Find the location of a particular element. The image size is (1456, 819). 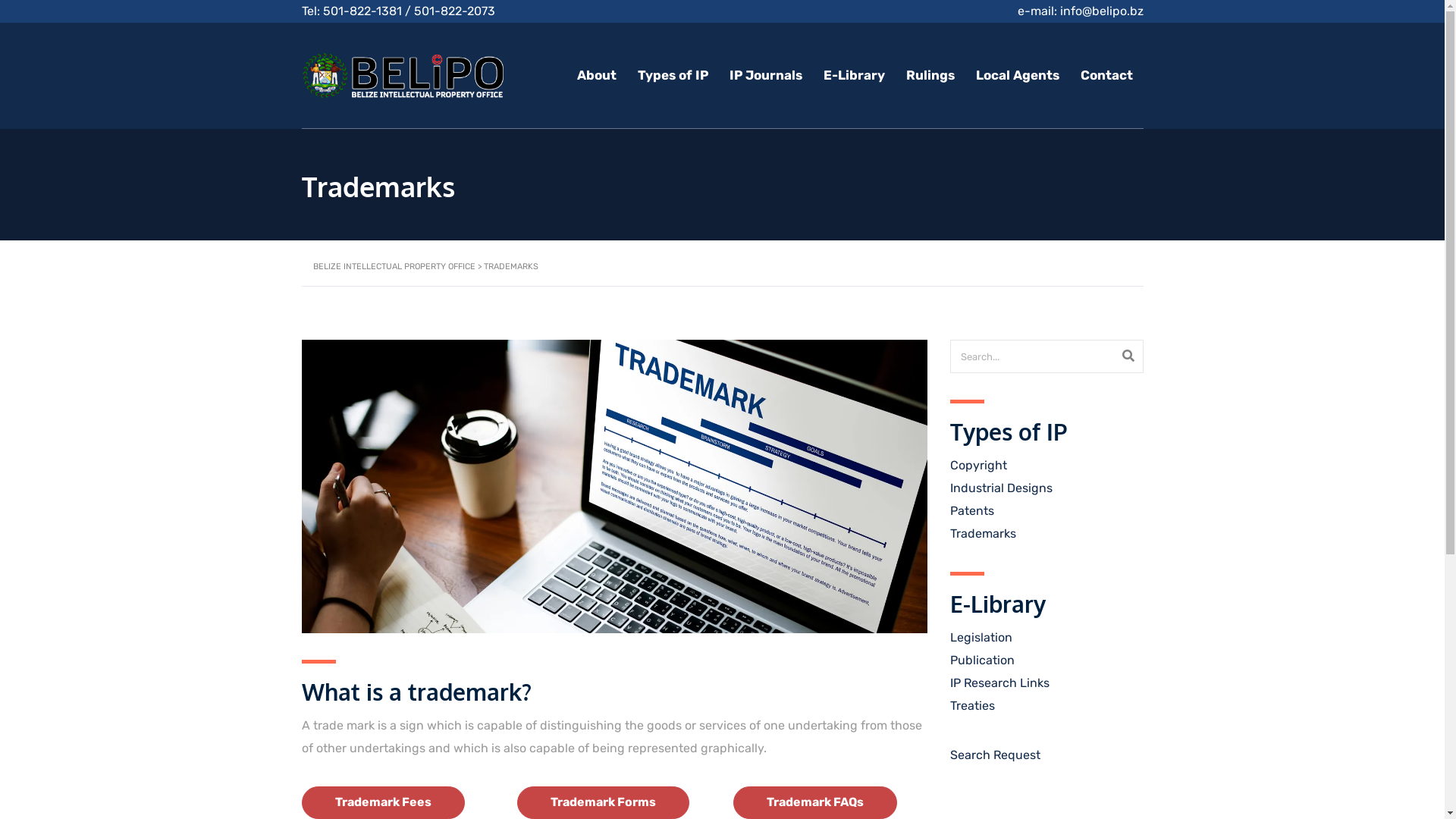

'IP Journals' is located at coordinates (765, 75).